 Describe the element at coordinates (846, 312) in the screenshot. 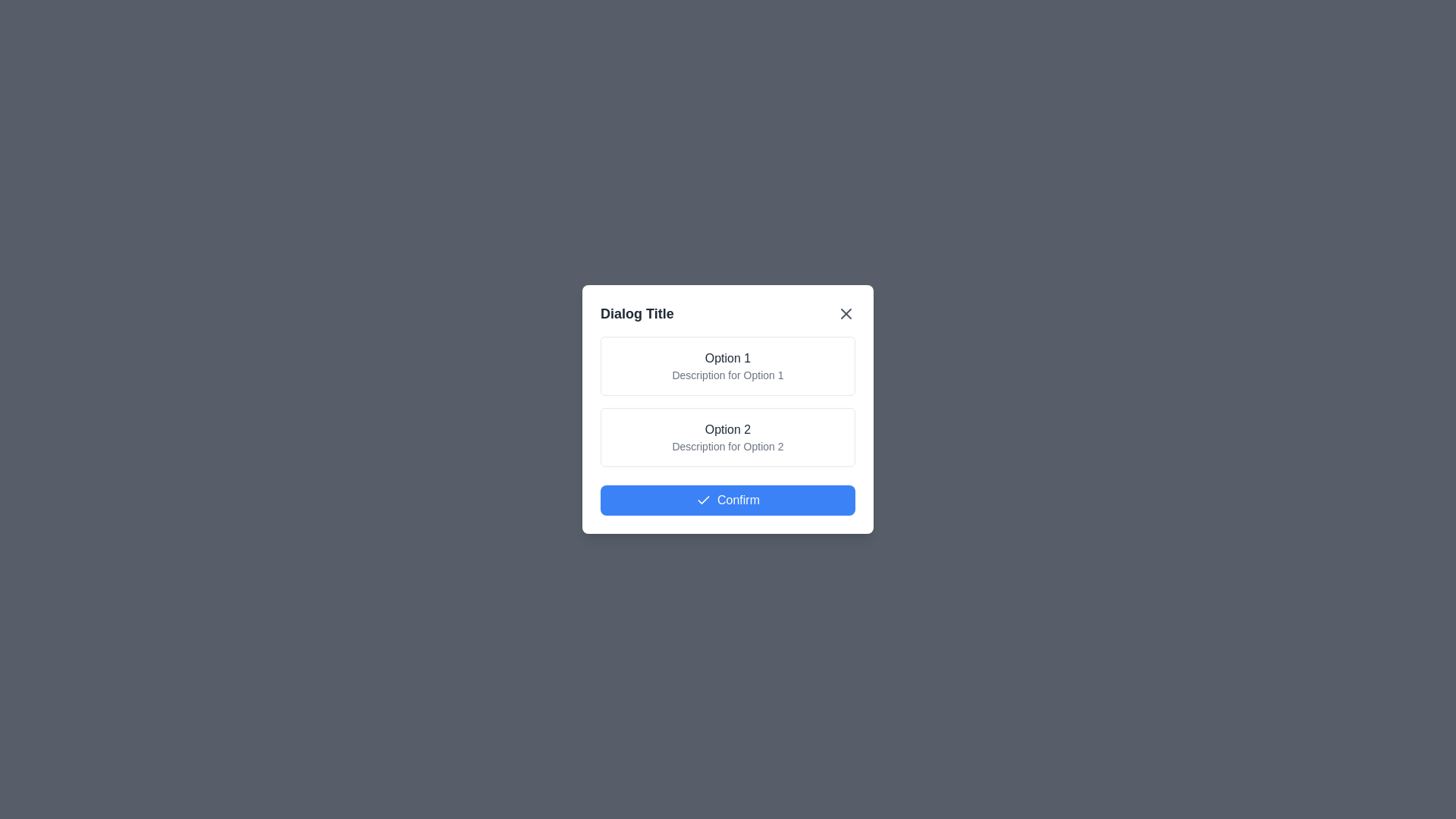

I see `the close button (X icon) to close the dialog` at that location.